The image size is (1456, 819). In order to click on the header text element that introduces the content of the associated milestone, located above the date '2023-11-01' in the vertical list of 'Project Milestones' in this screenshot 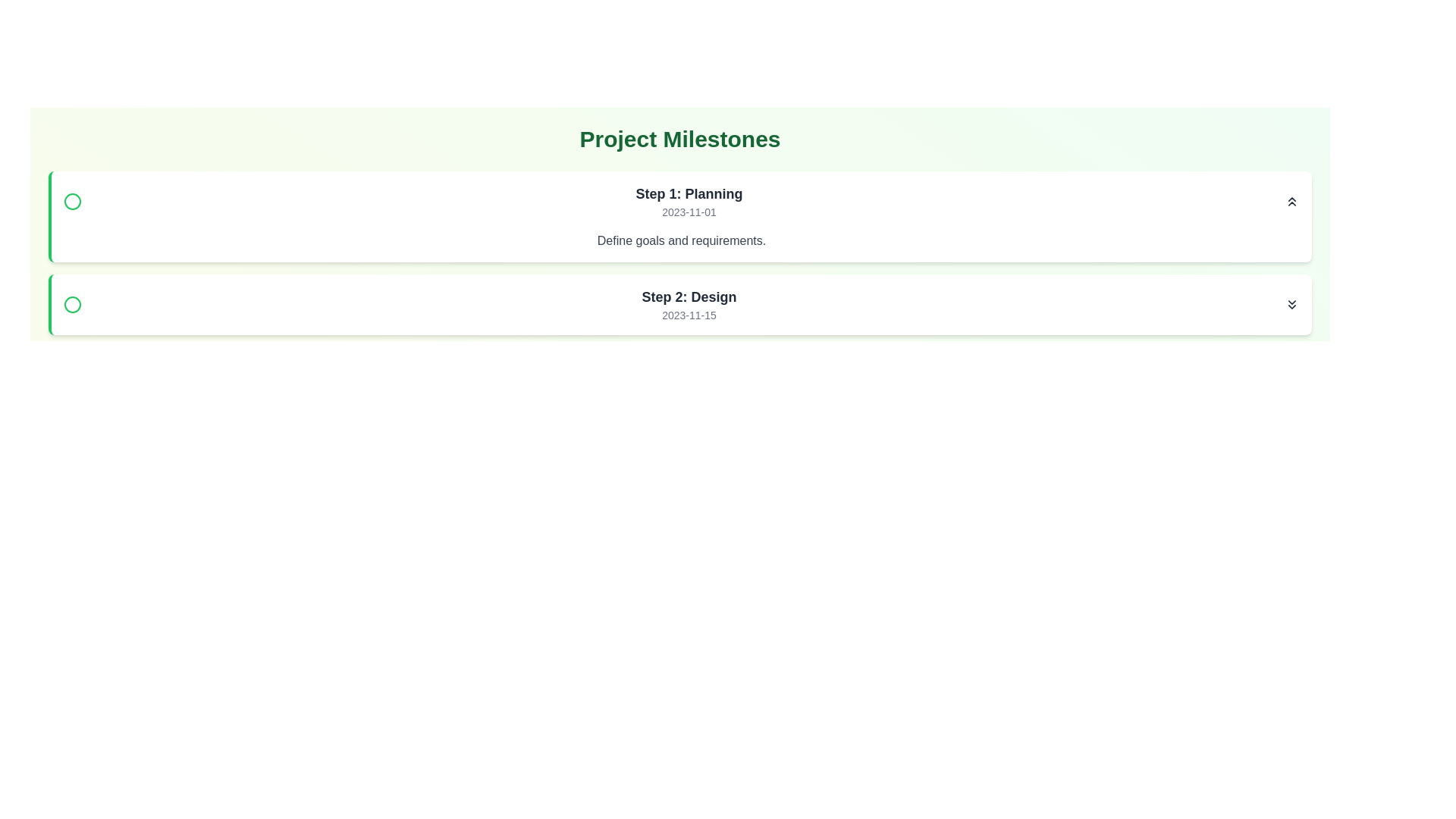, I will do `click(688, 193)`.